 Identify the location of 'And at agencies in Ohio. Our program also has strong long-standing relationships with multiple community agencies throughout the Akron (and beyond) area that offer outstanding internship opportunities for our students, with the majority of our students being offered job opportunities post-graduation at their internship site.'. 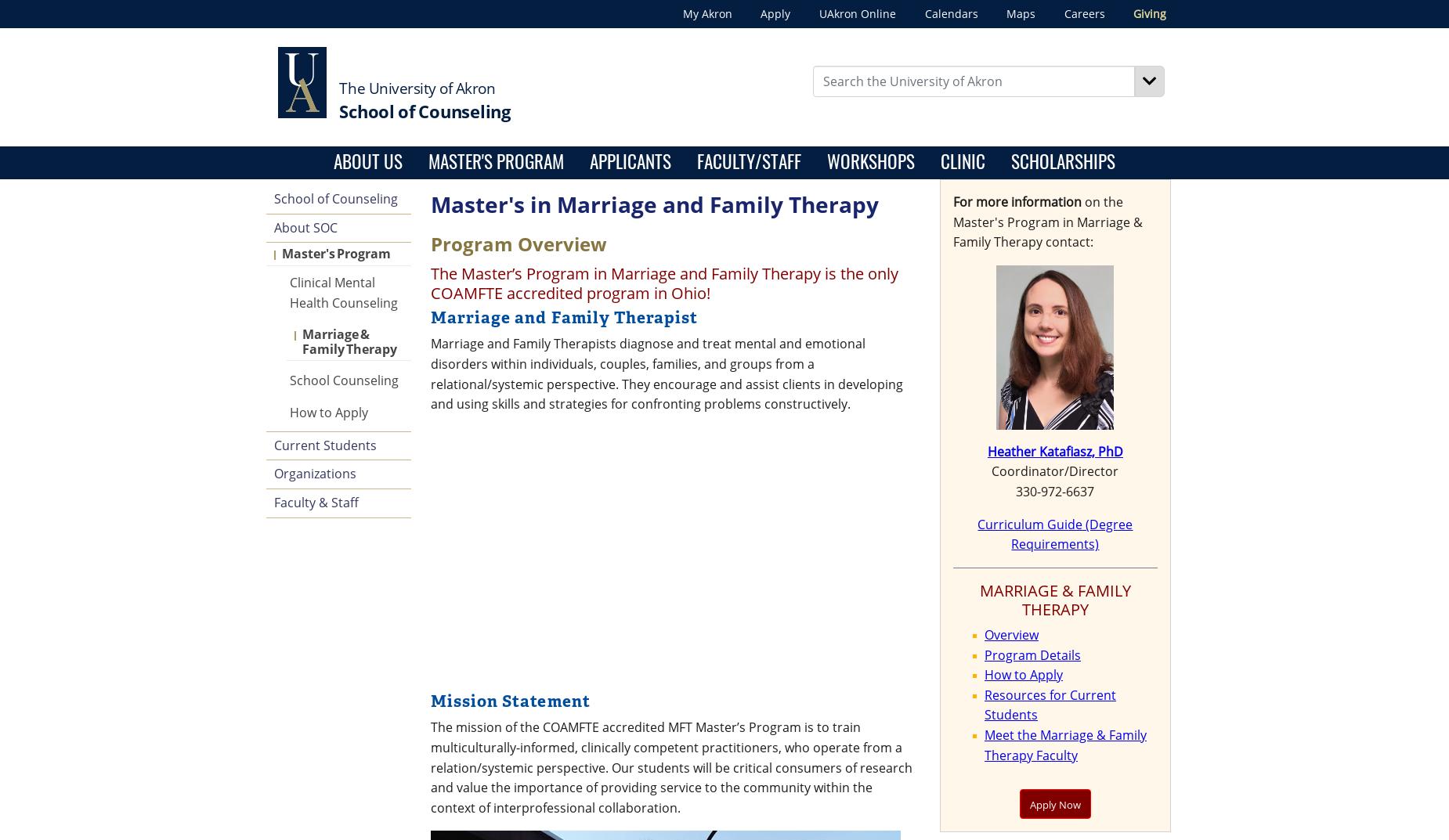
(701, 564).